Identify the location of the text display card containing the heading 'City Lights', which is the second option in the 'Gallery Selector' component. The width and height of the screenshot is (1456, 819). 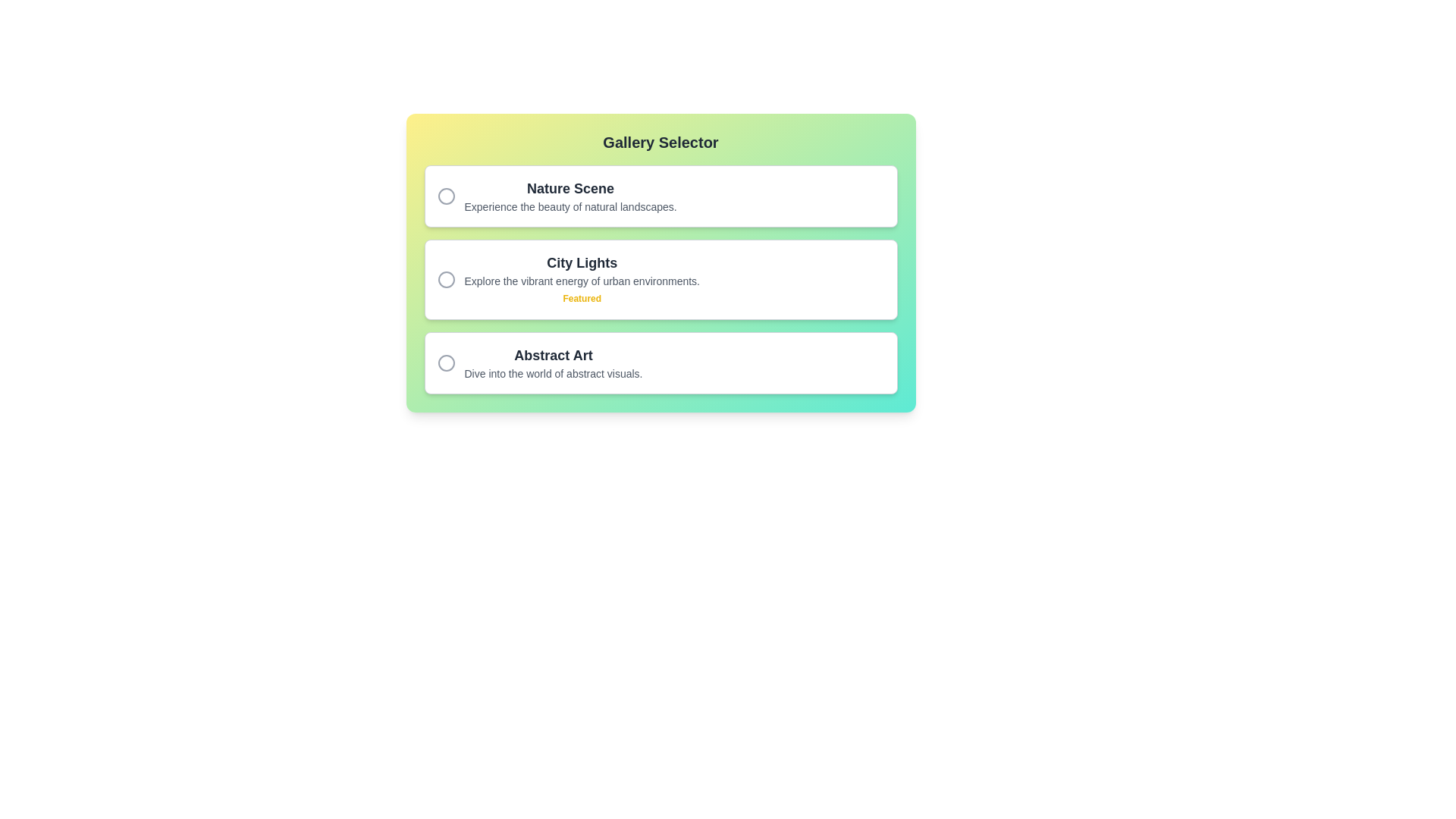
(581, 280).